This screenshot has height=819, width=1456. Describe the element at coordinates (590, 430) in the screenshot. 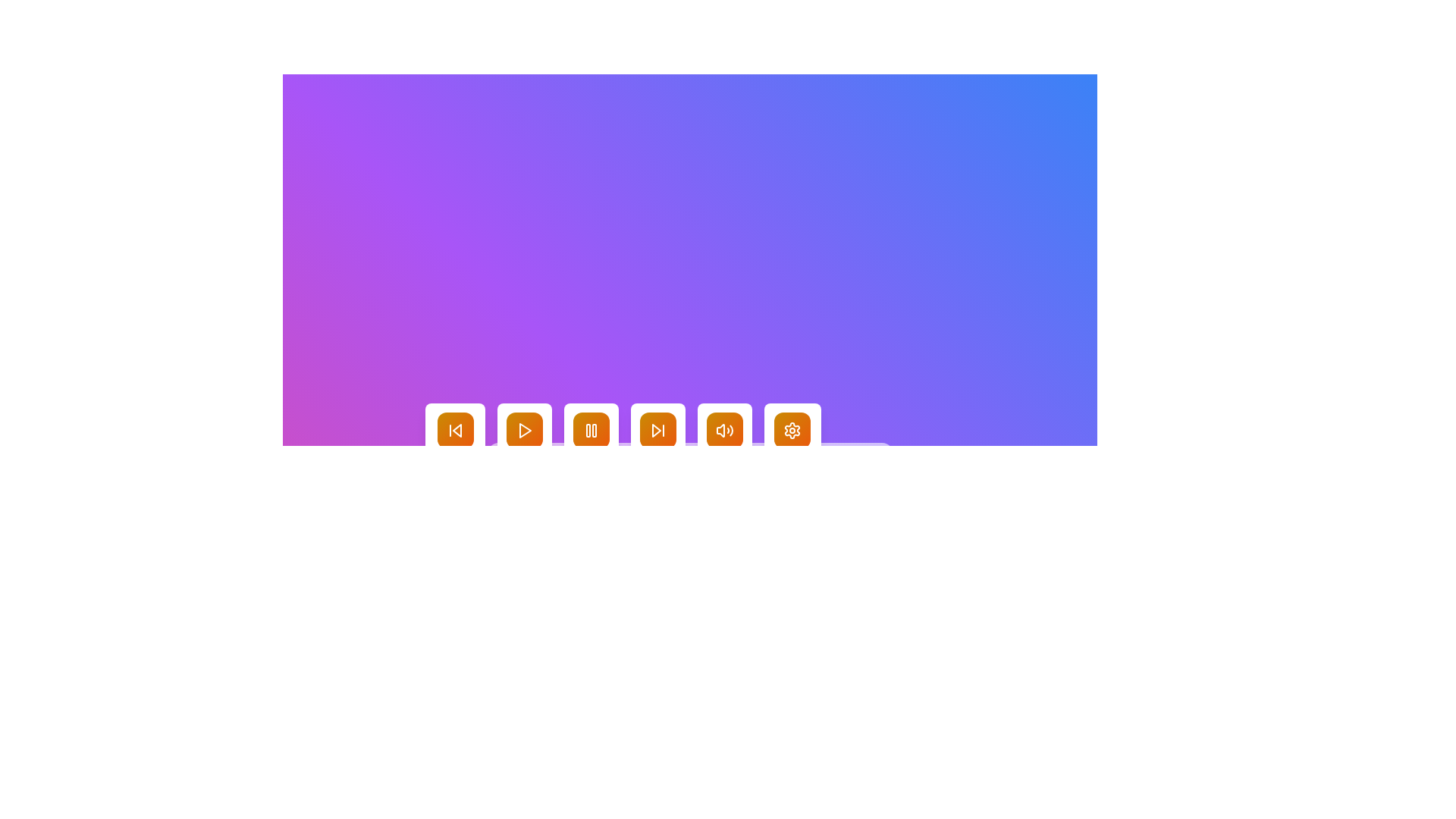

I see `the yellow to orange gradient button with a white pause icon in the center, which is the third button from the left, to check for the appearance of a tooltip` at that location.